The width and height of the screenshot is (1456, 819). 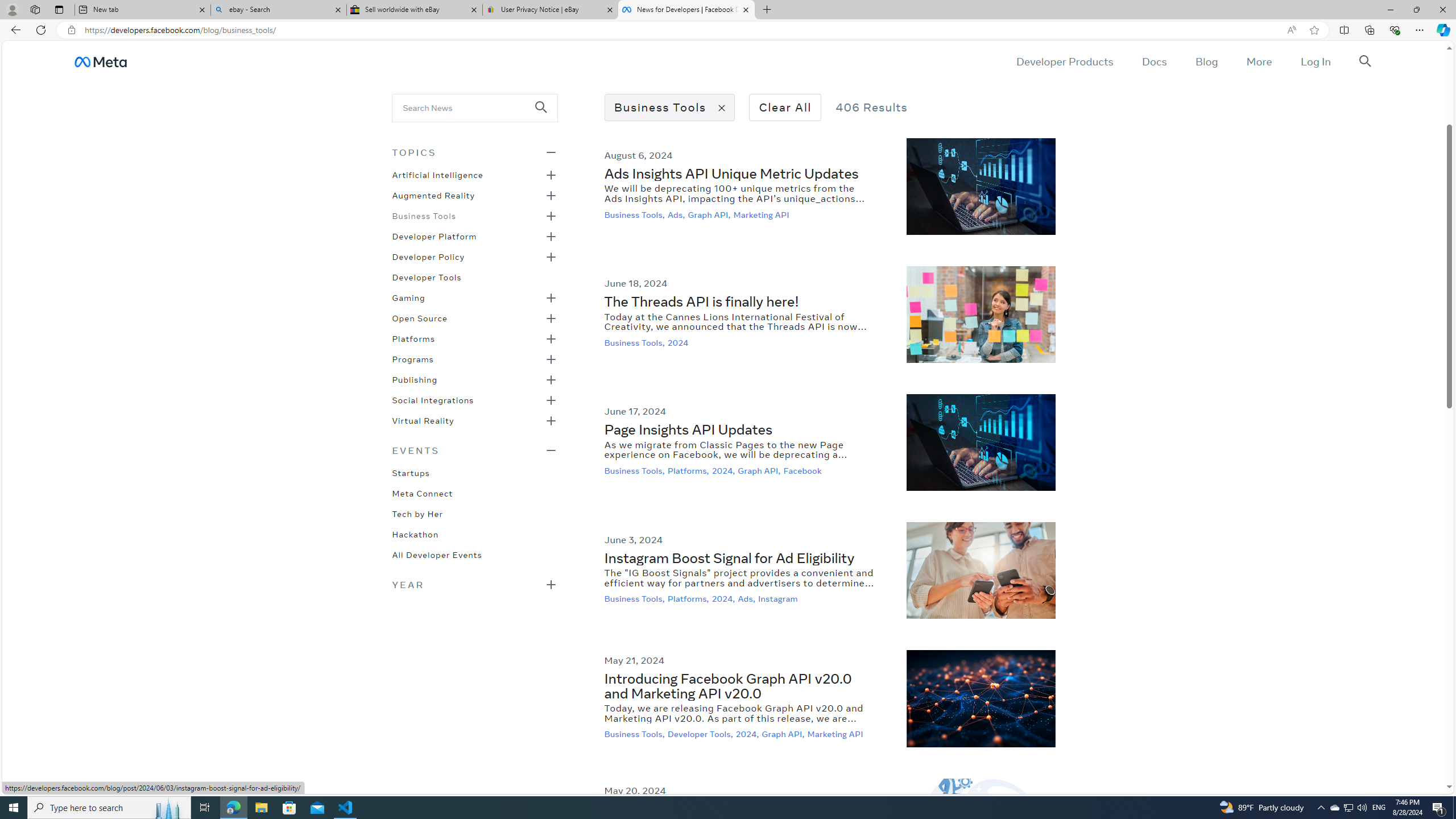 I want to click on 'New tab', so click(x=142, y=9).